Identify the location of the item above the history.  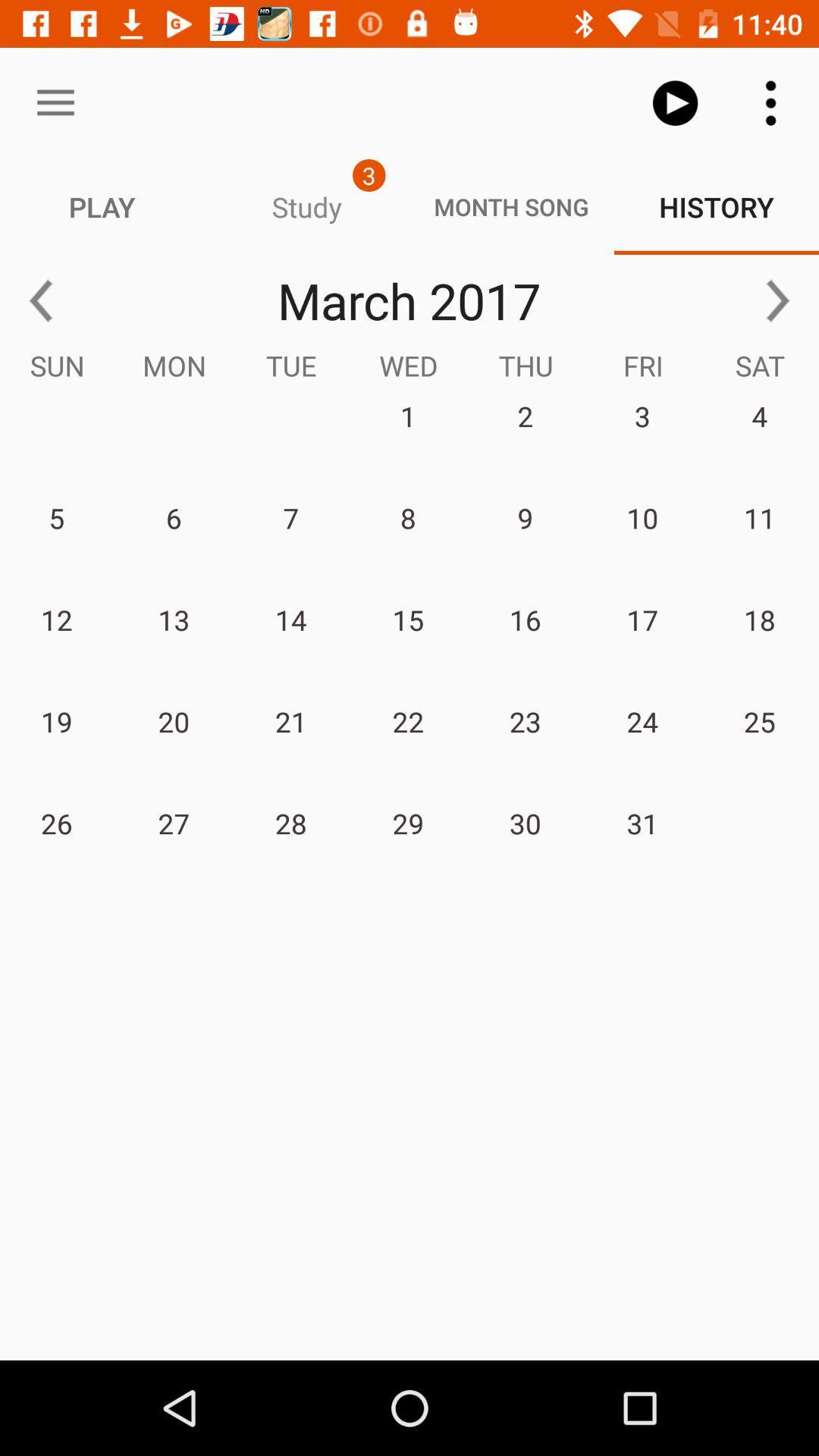
(675, 102).